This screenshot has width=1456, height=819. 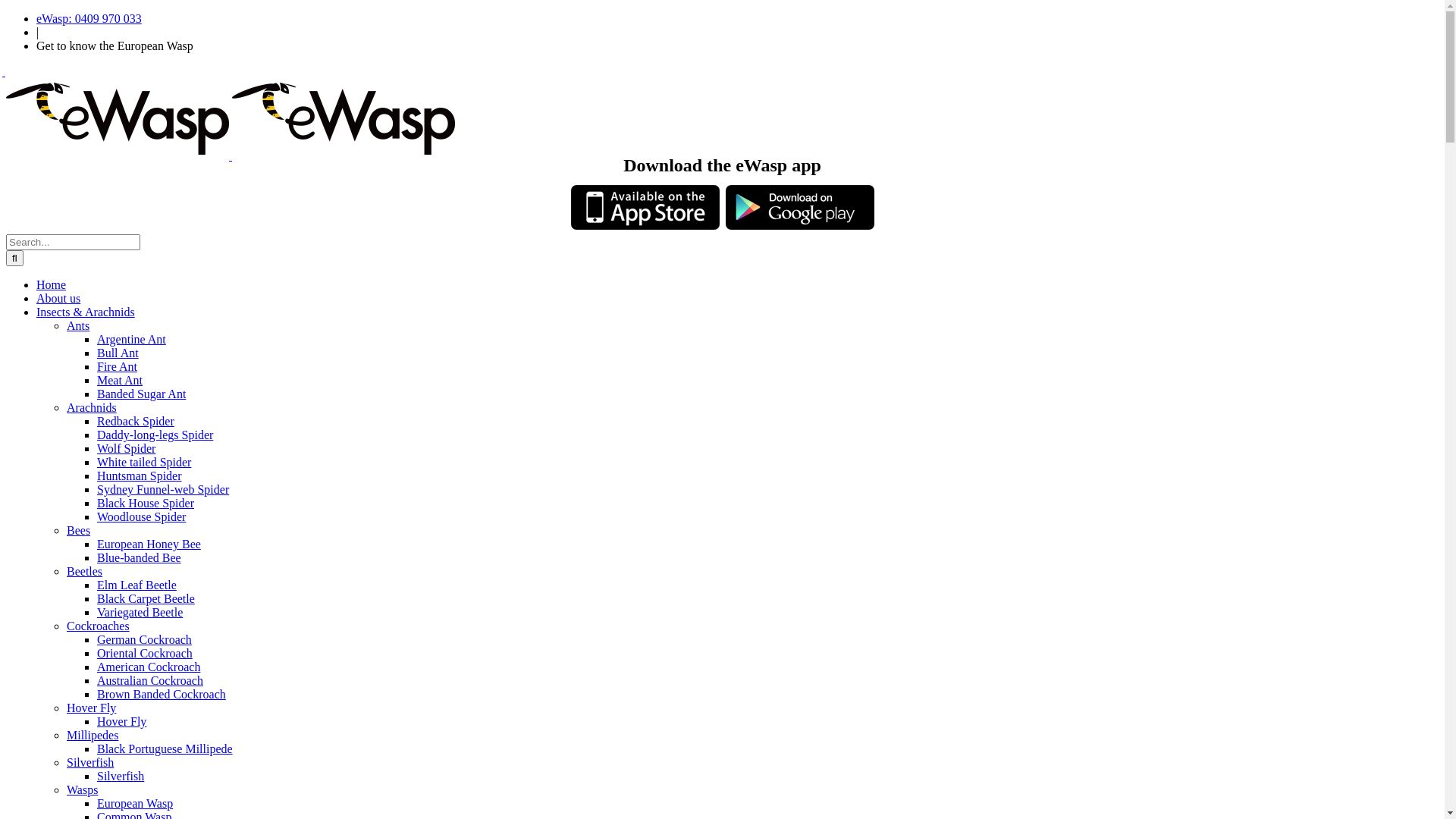 What do you see at coordinates (89, 762) in the screenshot?
I see `'Silverfish'` at bounding box center [89, 762].